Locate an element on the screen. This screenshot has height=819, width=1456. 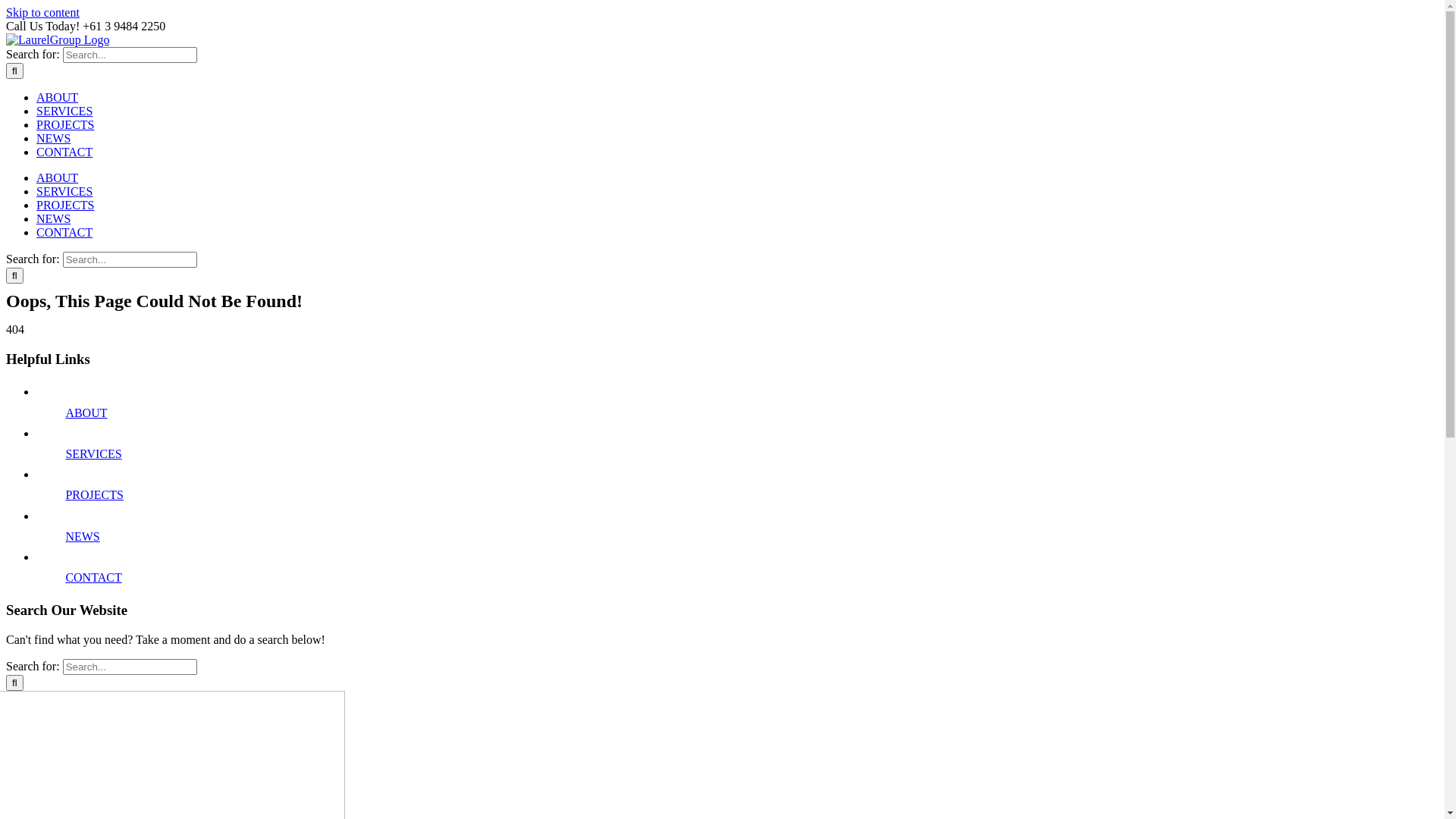
'ABOUT' is located at coordinates (36, 177).